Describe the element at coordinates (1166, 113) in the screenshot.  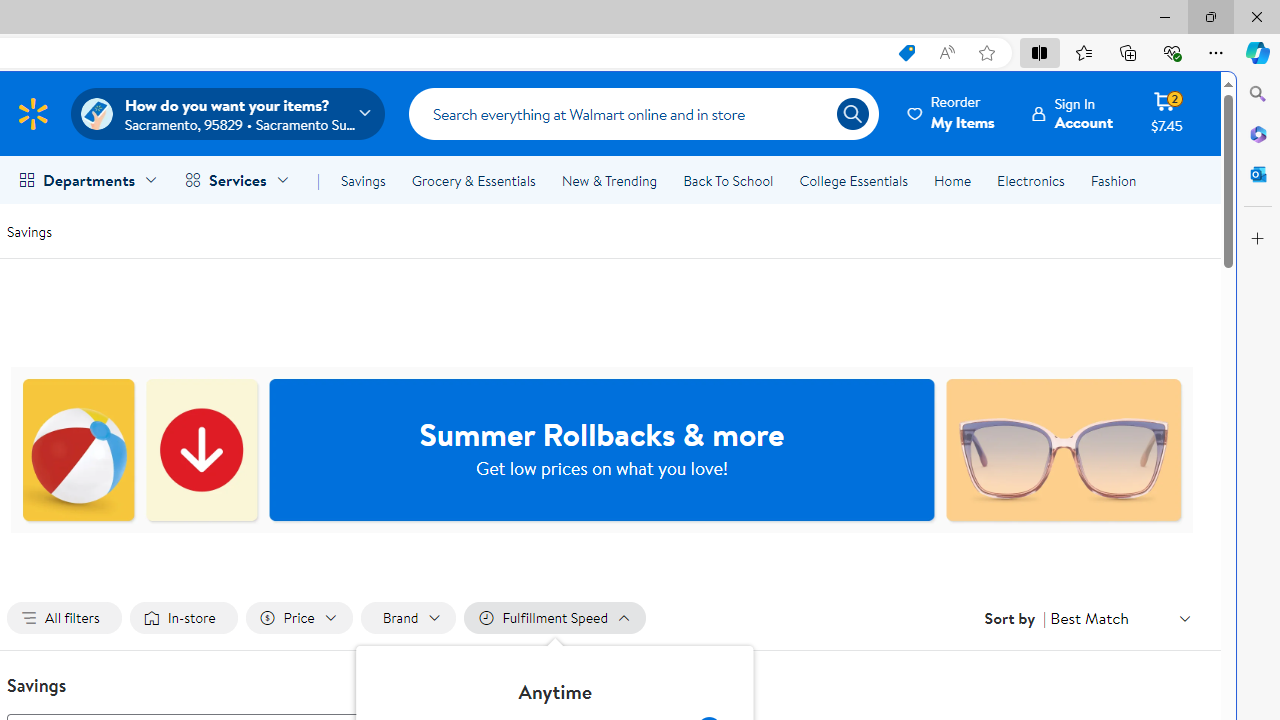
I see `'Cart contains 2 items Total Amount $7.45'` at that location.